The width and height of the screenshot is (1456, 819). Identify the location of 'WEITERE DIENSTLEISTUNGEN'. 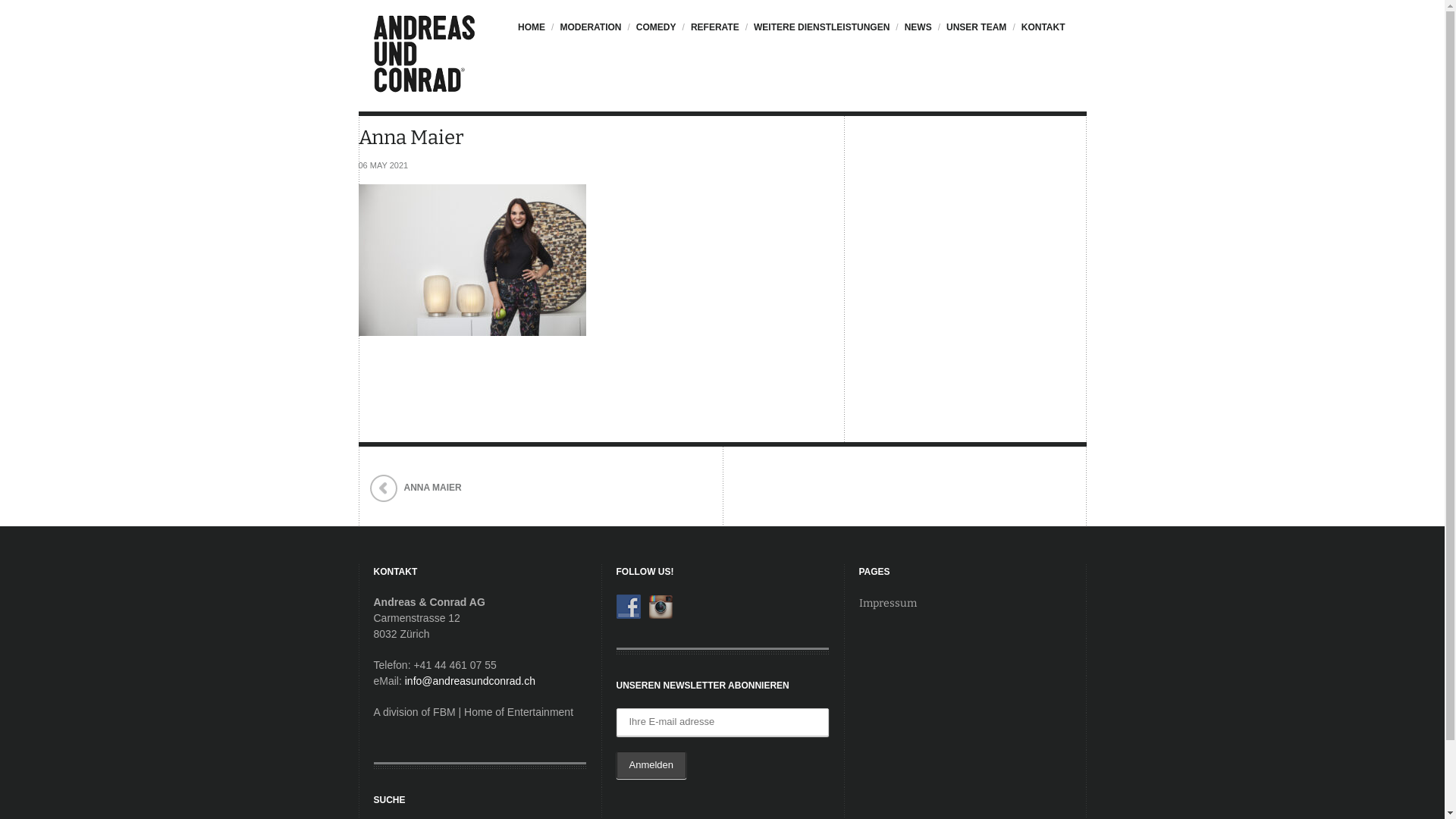
(820, 34).